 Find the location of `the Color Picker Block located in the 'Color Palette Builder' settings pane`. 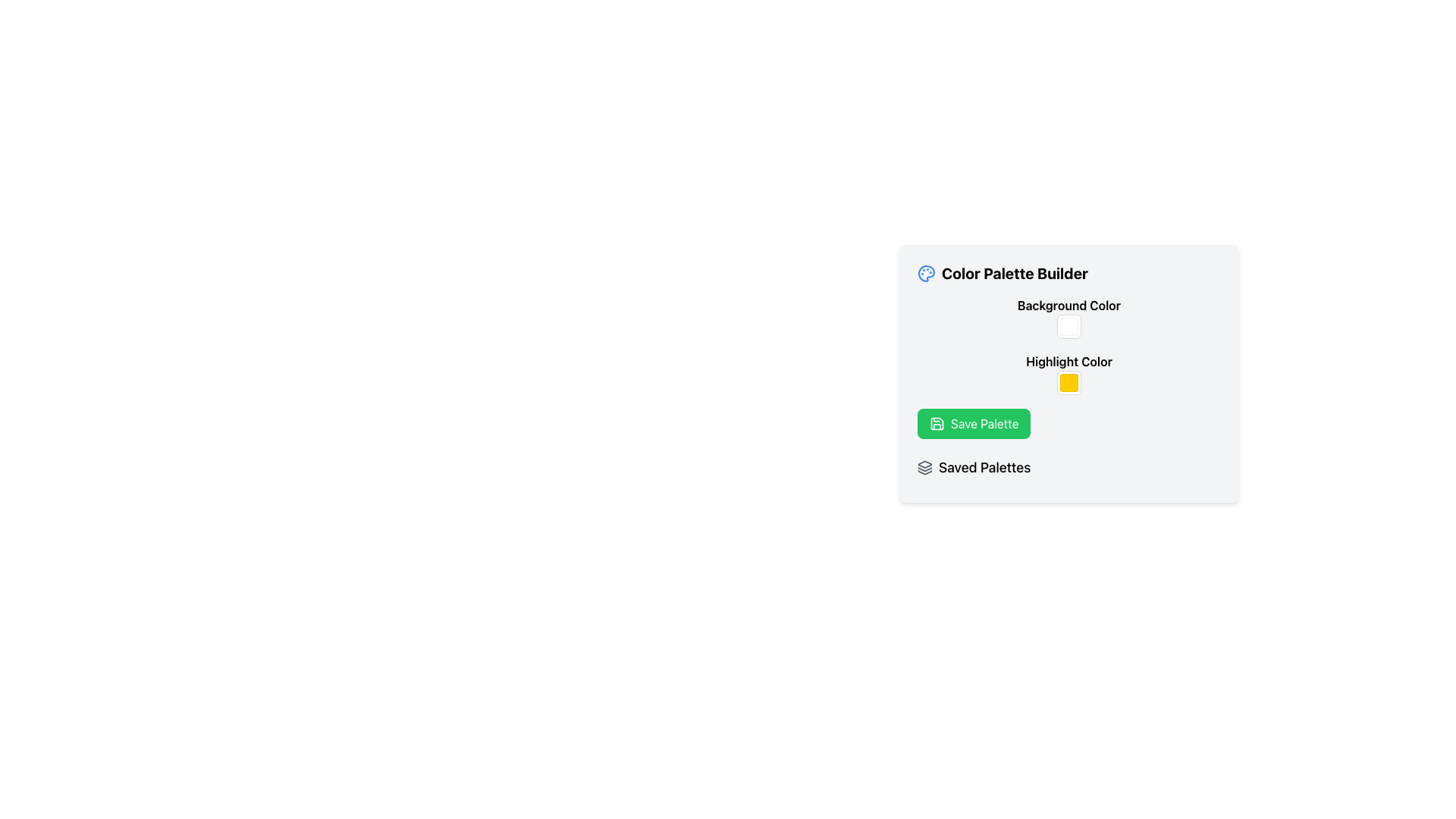

the Color Picker Block located in the 'Color Palette Builder' settings pane is located at coordinates (1068, 326).